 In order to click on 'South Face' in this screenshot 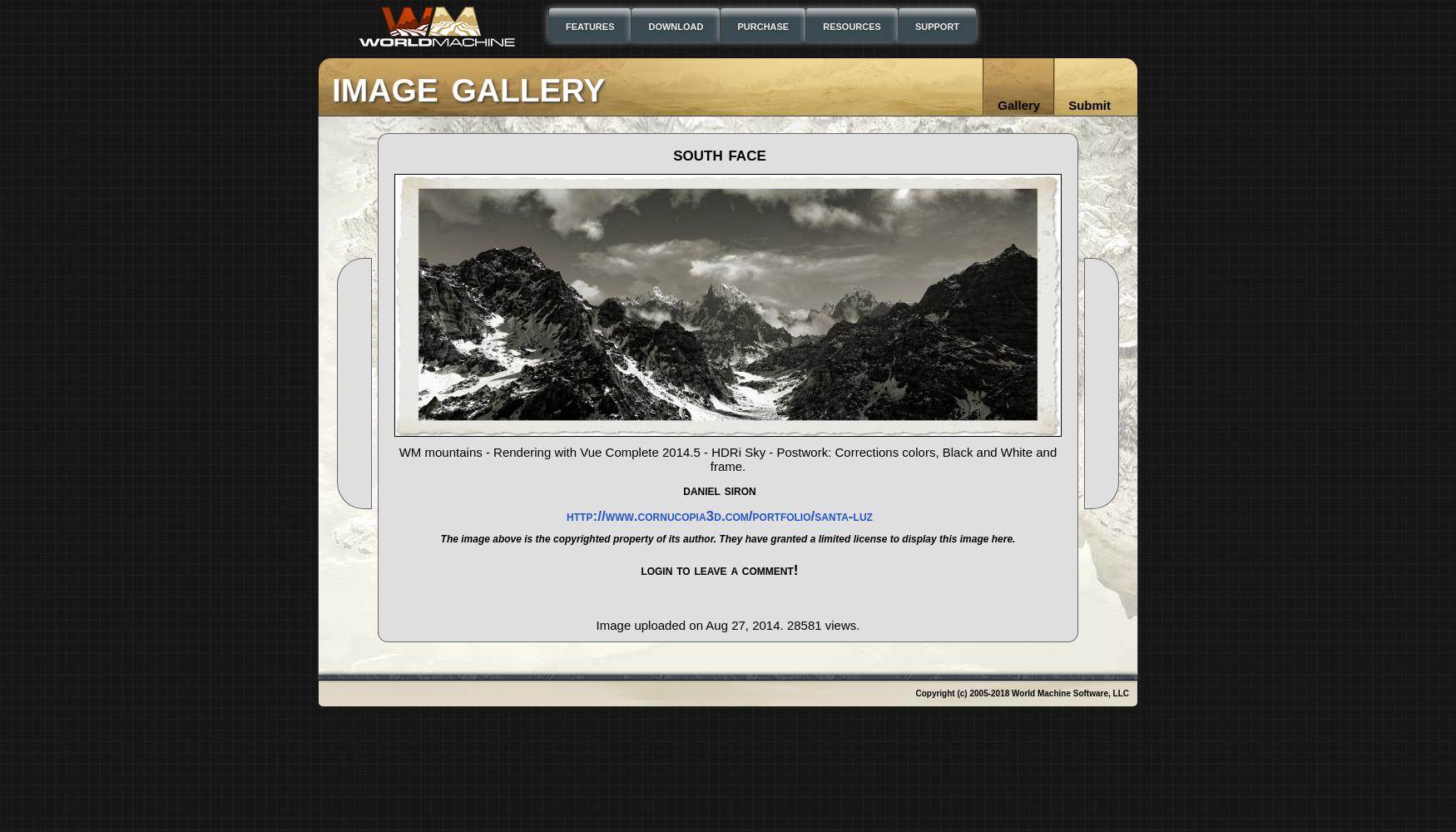, I will do `click(719, 153)`.